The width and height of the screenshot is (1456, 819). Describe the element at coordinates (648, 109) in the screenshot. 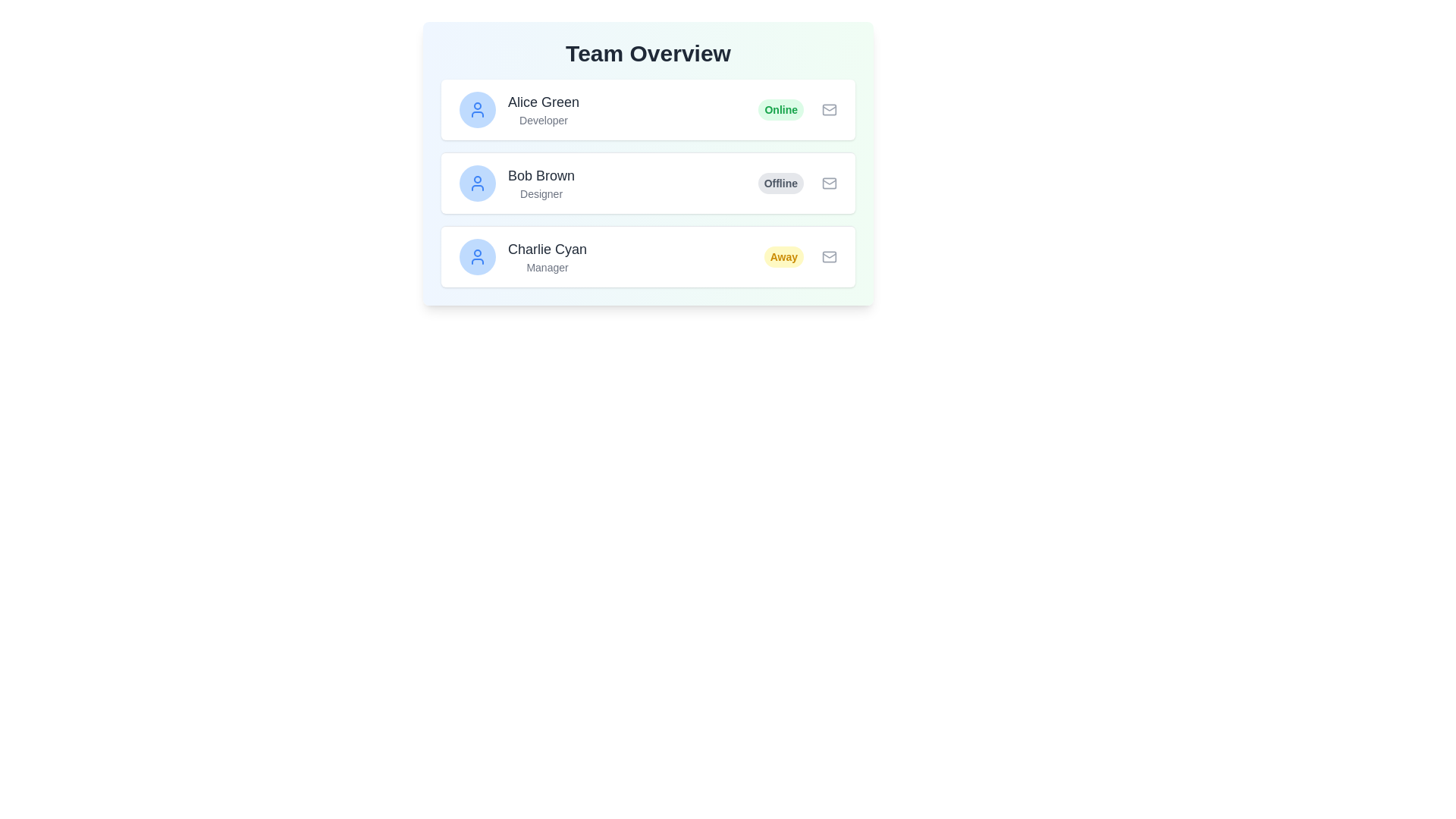

I see `the green status indicator labeled 'Online' in the List item card for 'Alice Green' to change the status` at that location.